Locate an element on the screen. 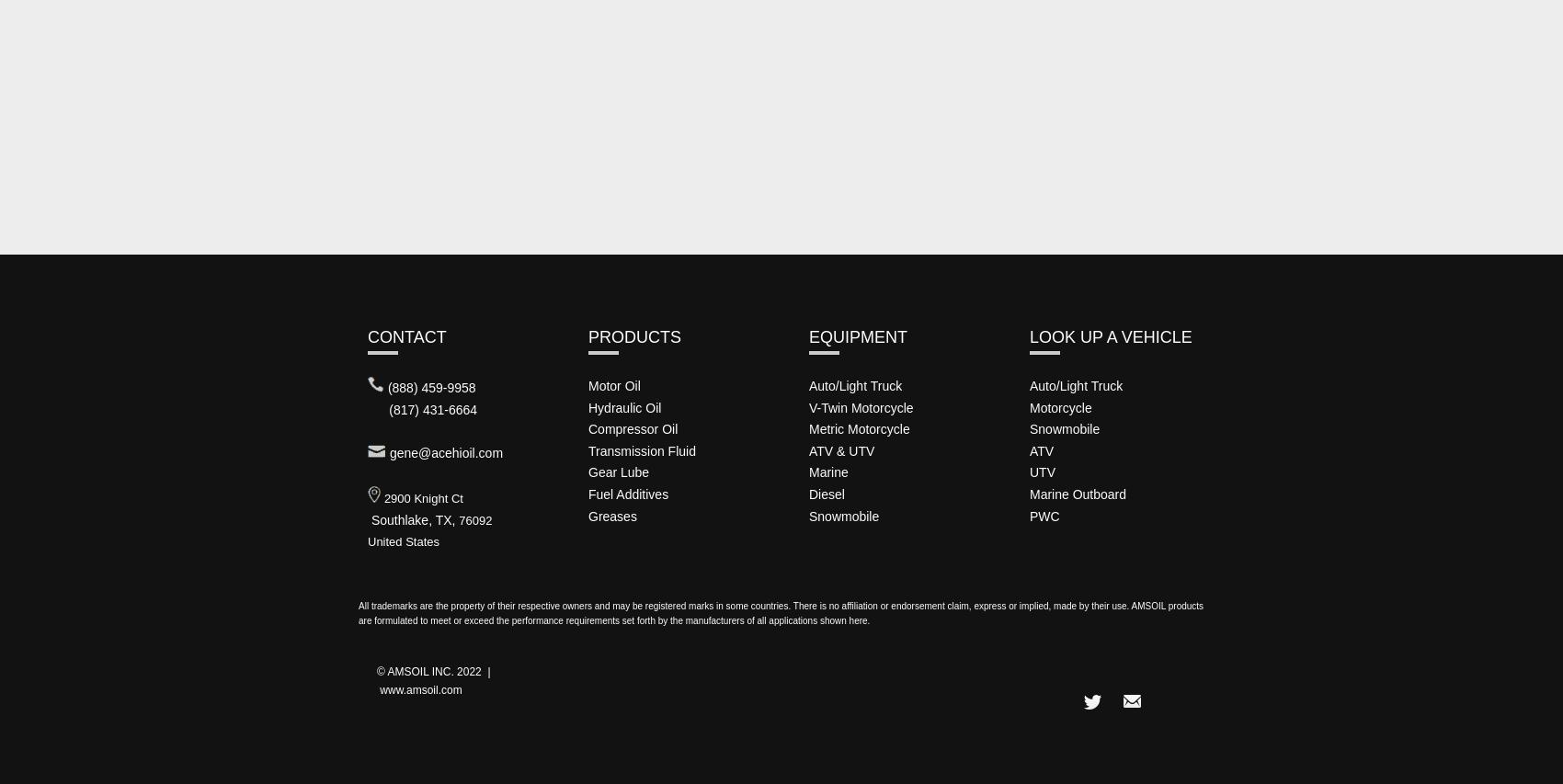 This screenshot has width=1563, height=784. 'ATV' is located at coordinates (1042, 449).